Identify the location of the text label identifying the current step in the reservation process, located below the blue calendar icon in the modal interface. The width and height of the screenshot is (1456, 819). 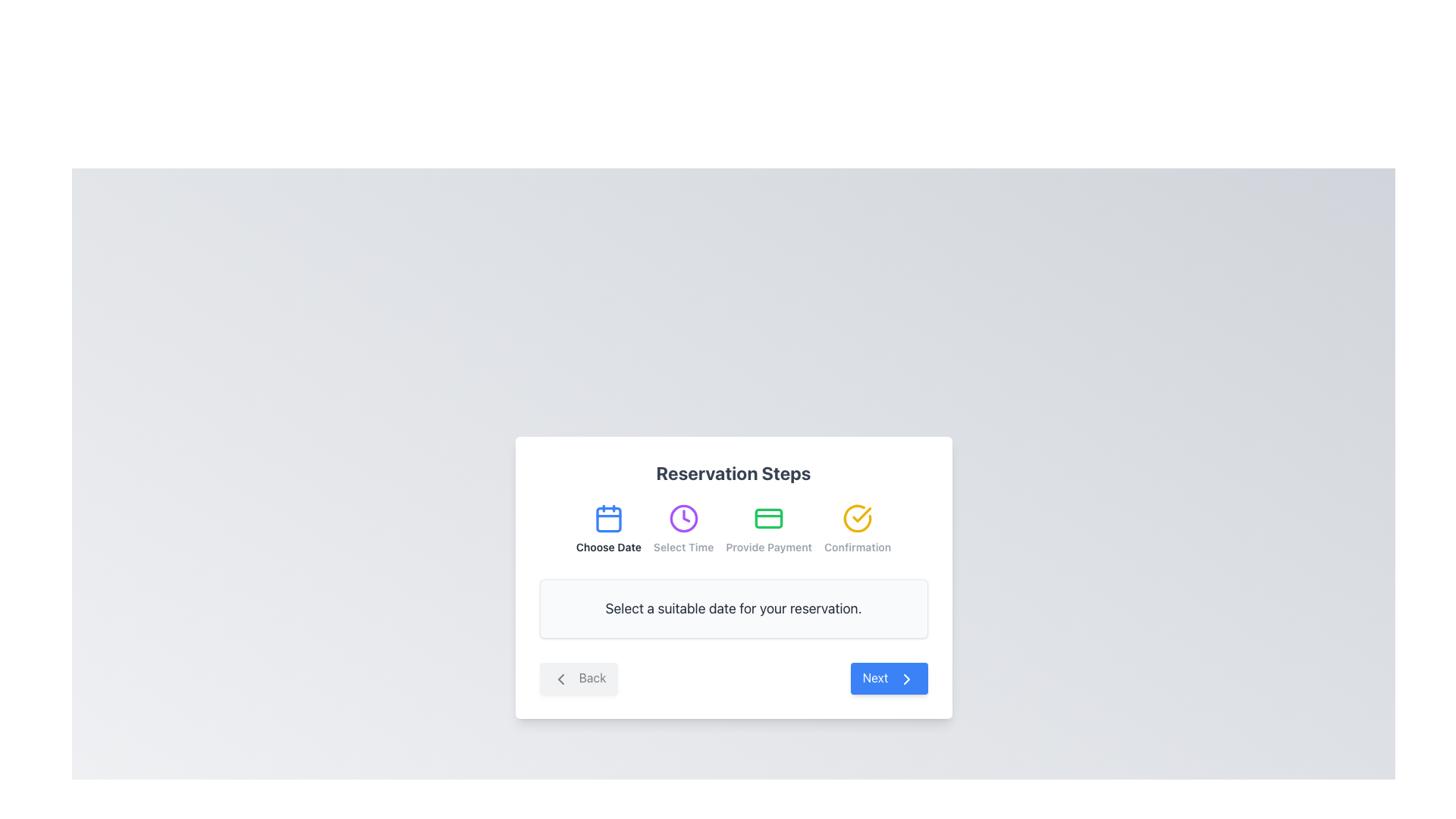
(608, 548).